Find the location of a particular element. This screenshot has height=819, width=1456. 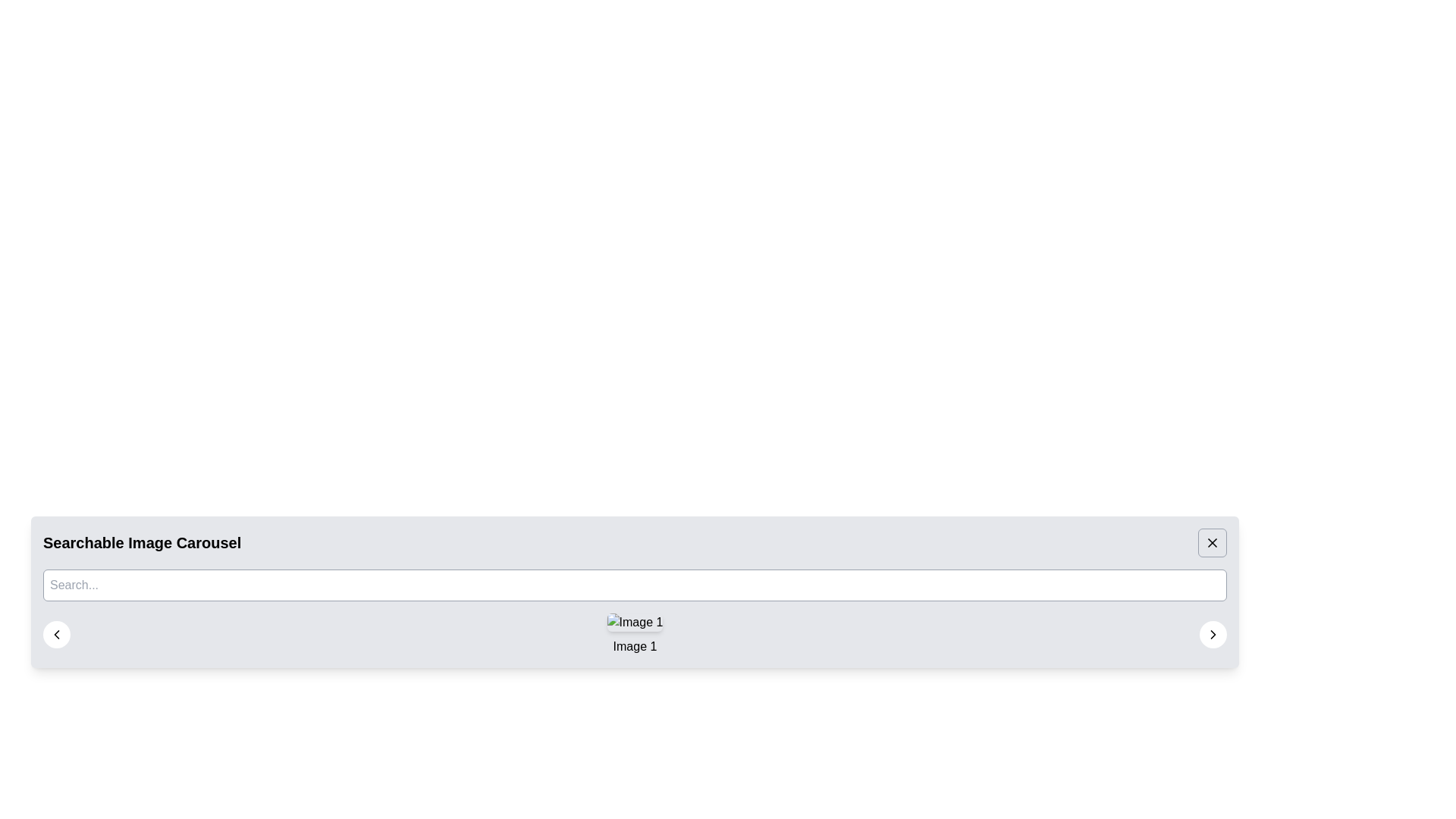

the right-side navigation button located at the bottom of the interface is located at coordinates (1212, 635).